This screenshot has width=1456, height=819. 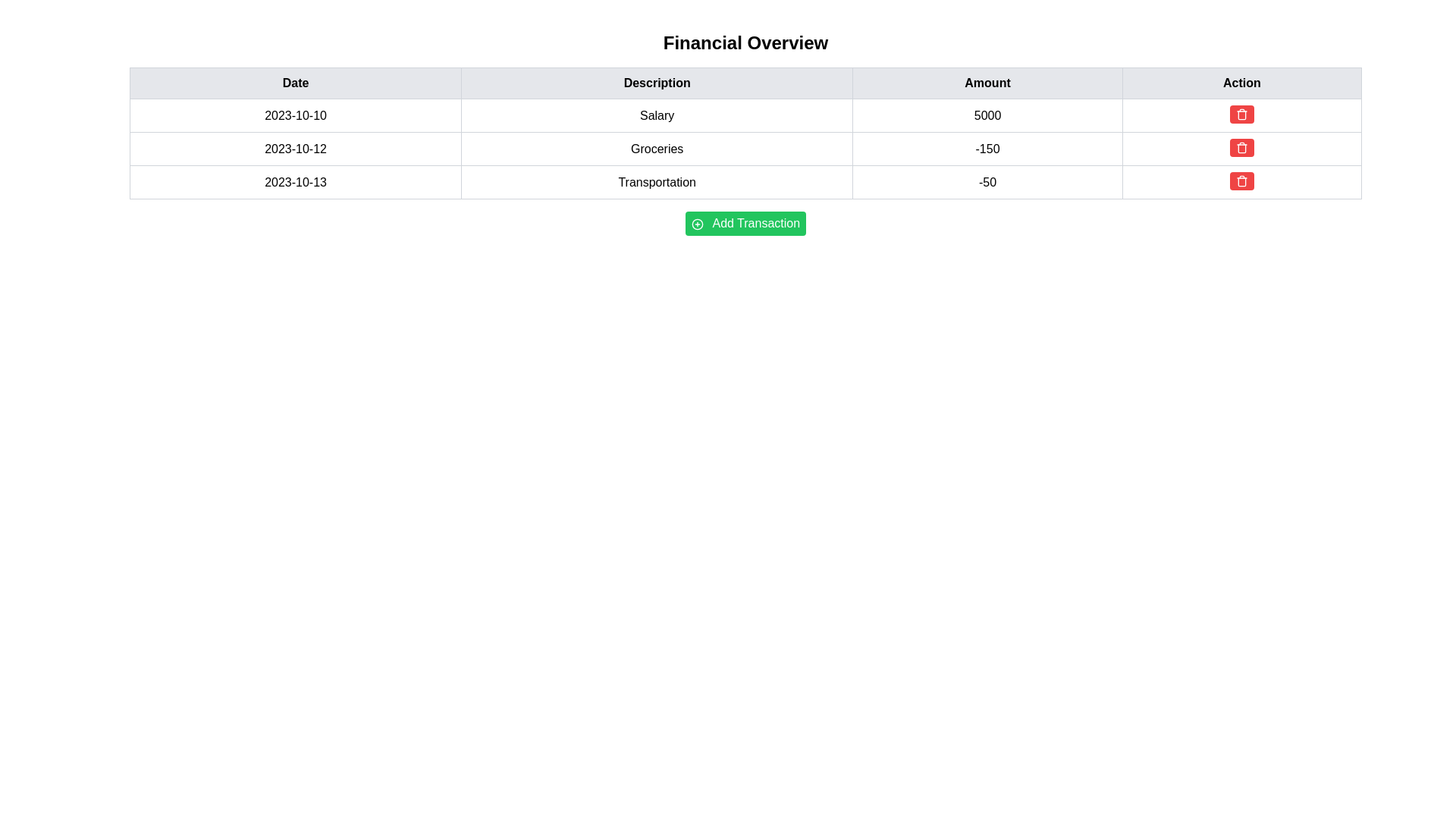 I want to click on the trash bin icon in the third row of the table corresponding to the 'Transportation' entry, which represents the delete action, so click(x=1241, y=181).